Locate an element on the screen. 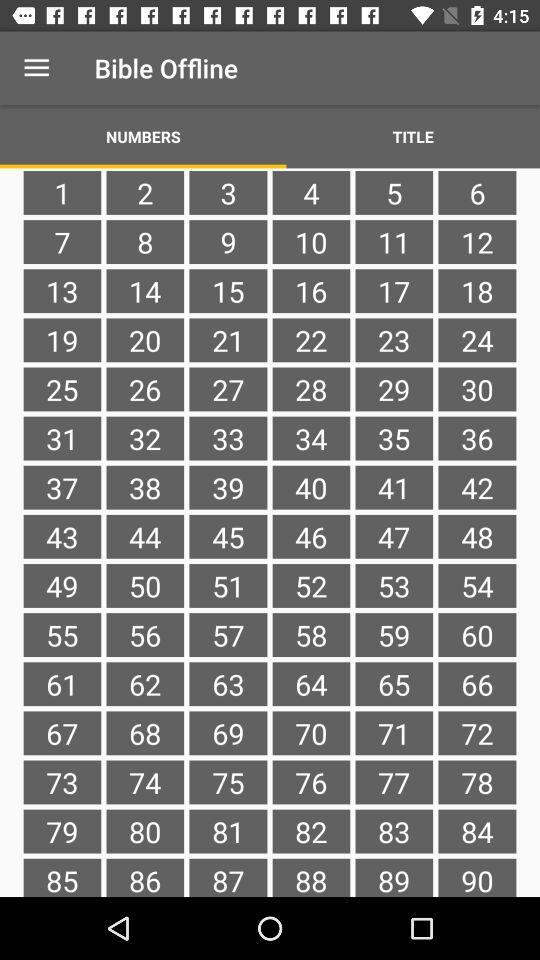 This screenshot has width=540, height=960. item next to the 59 item is located at coordinates (476, 684).